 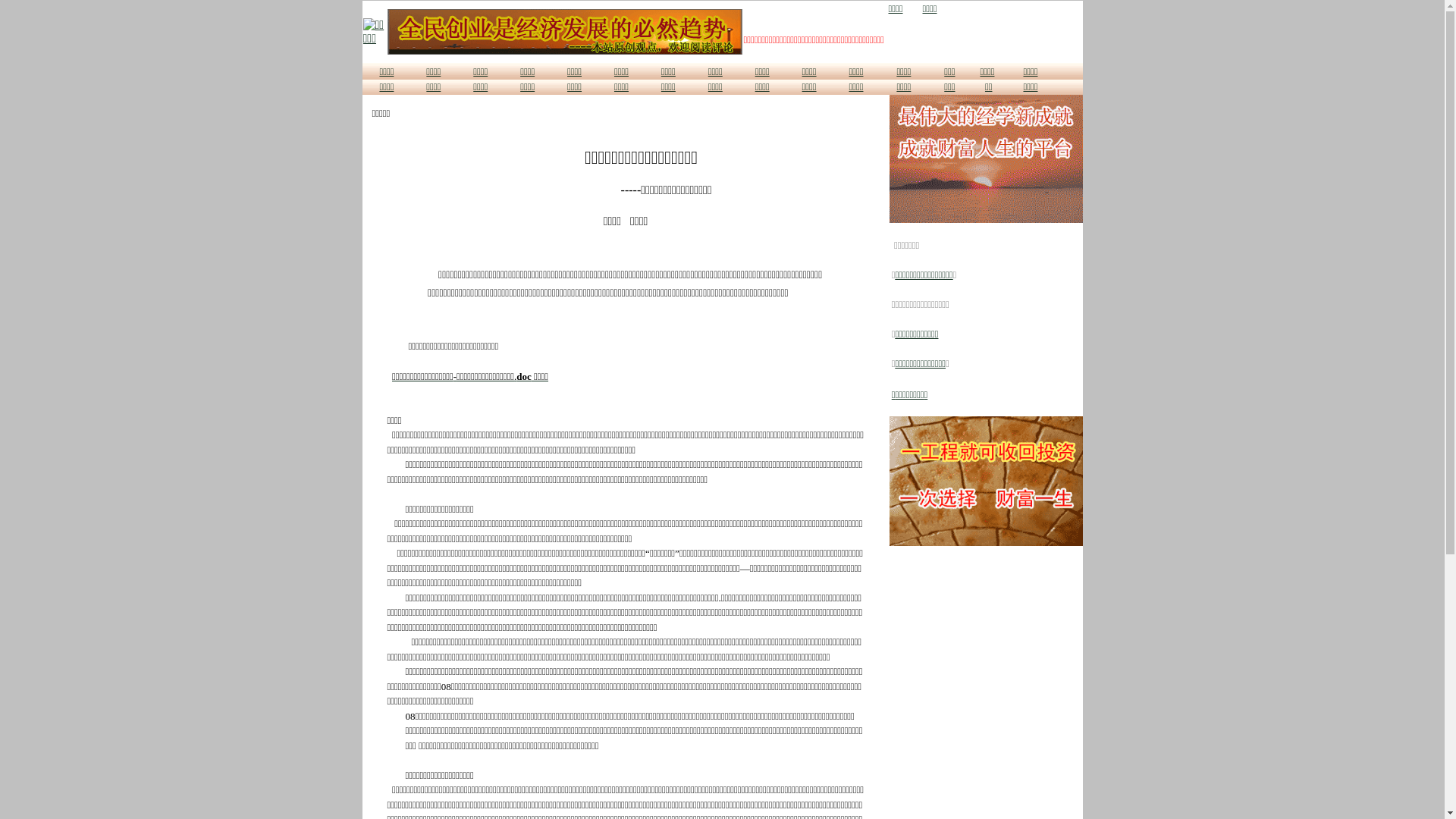 I want to click on '      ', so click(x=910, y=8).